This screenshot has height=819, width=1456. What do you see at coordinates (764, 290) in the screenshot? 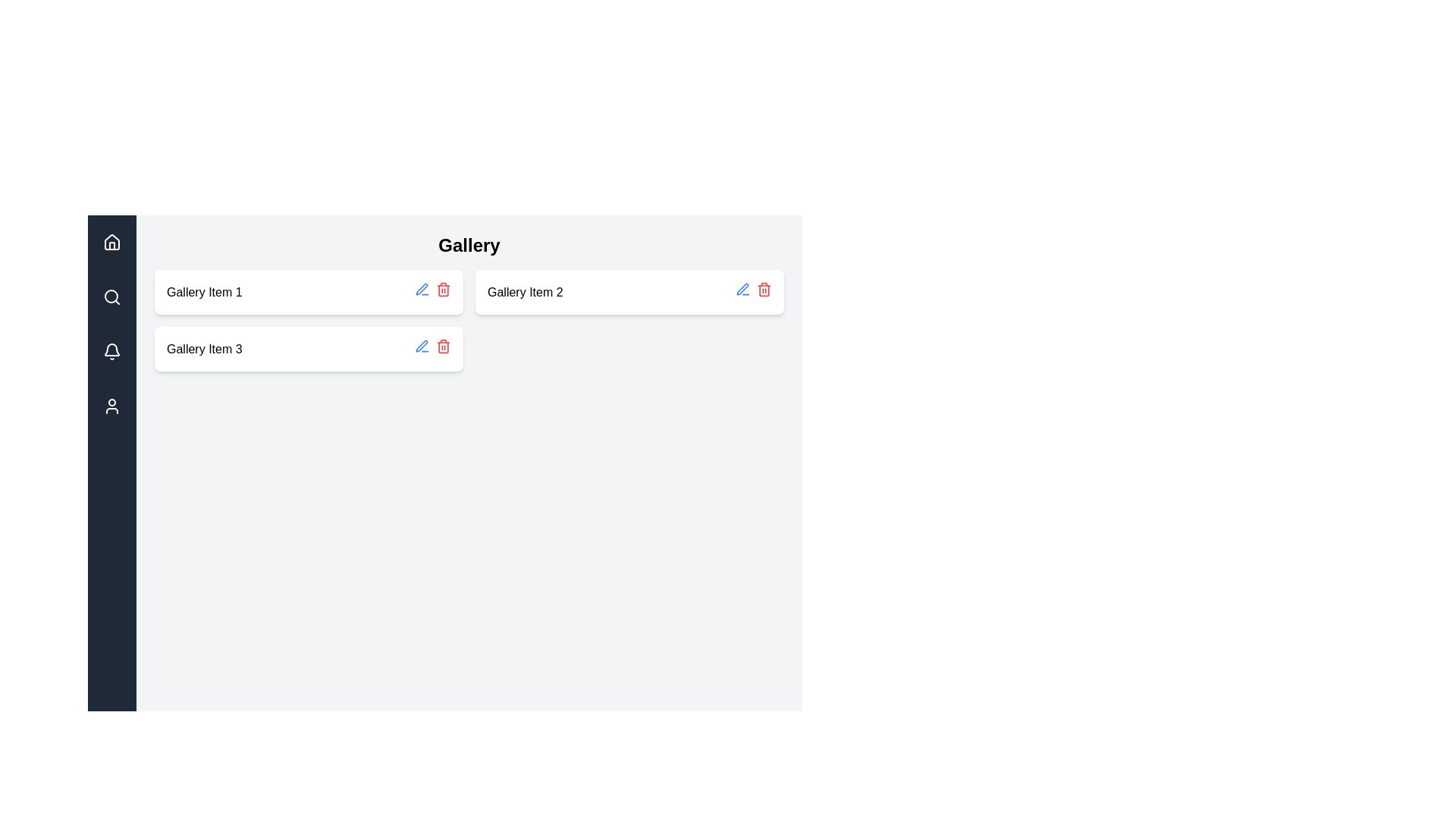
I see `the trash can icon located to the bottom right of 'Gallery Item 2', which represents the delete operation` at bounding box center [764, 290].